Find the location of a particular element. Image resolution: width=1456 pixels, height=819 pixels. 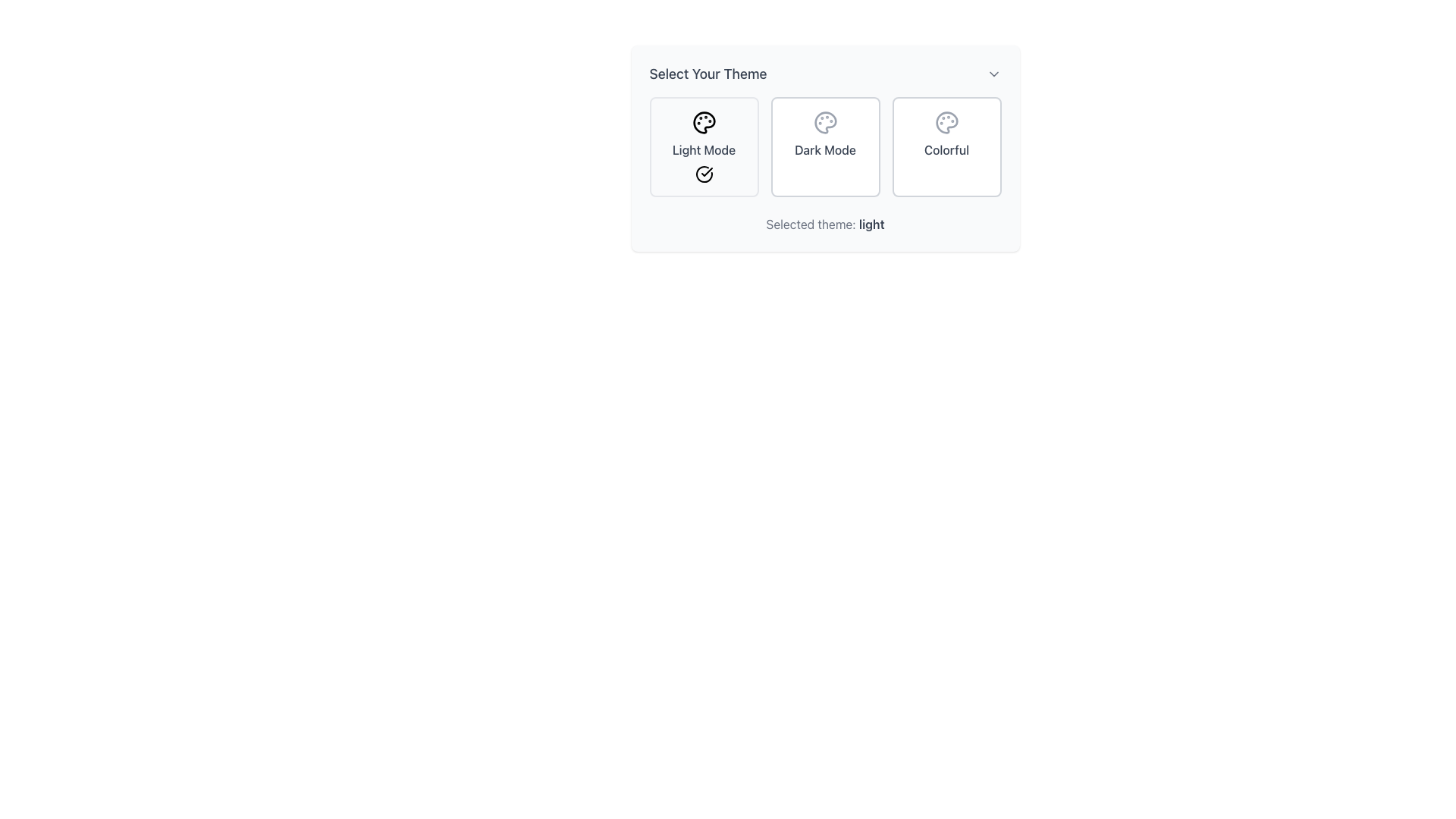

the Text Display element that indicates the currently selected theme, located below the theme options (Light Mode, Dark Mode, and Colorful) is located at coordinates (824, 224).